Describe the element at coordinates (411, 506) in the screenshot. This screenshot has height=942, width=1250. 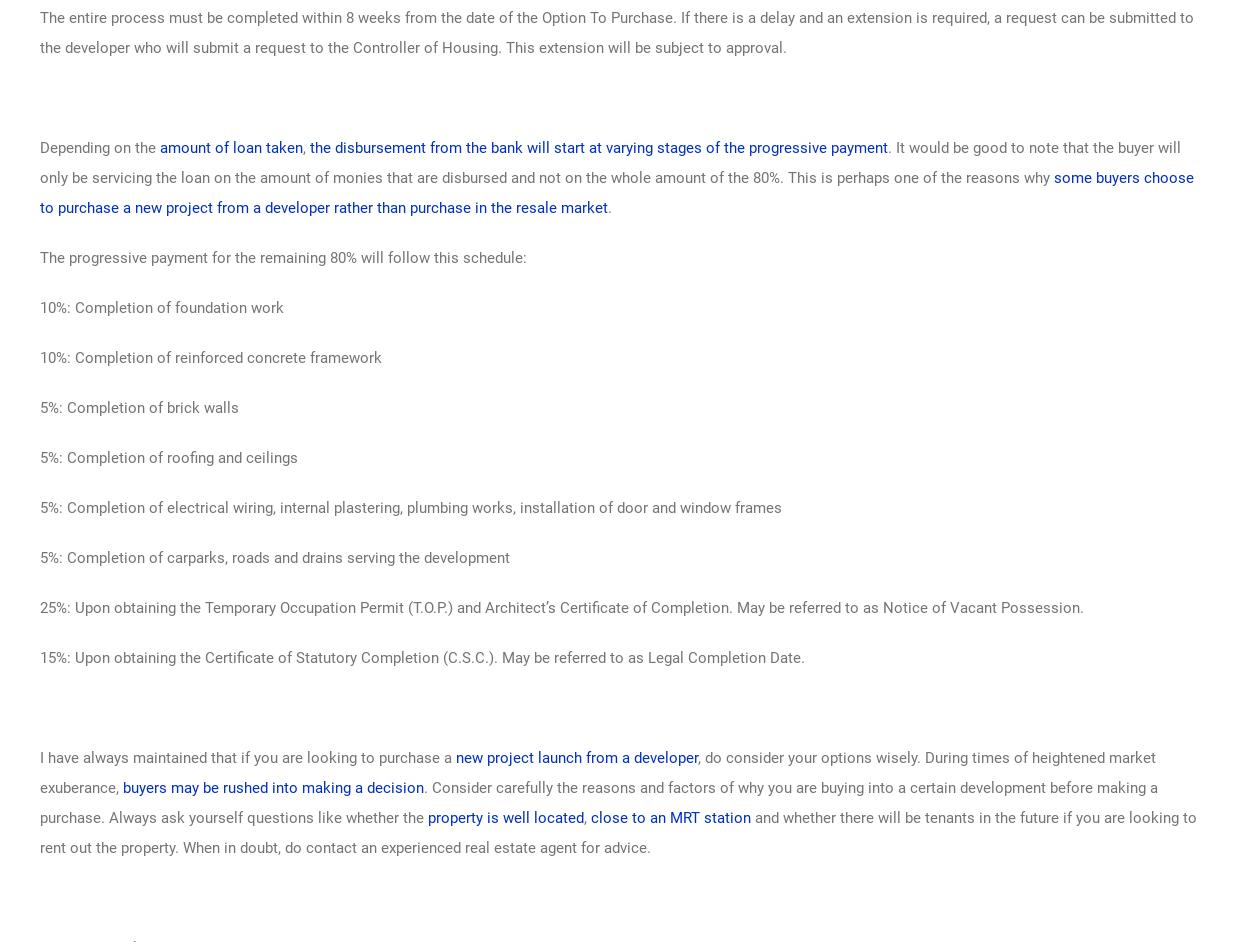
I see `'5%: Completion of electrical wiring, internal plastering, plumbing works, installation of door and window frames'` at that location.